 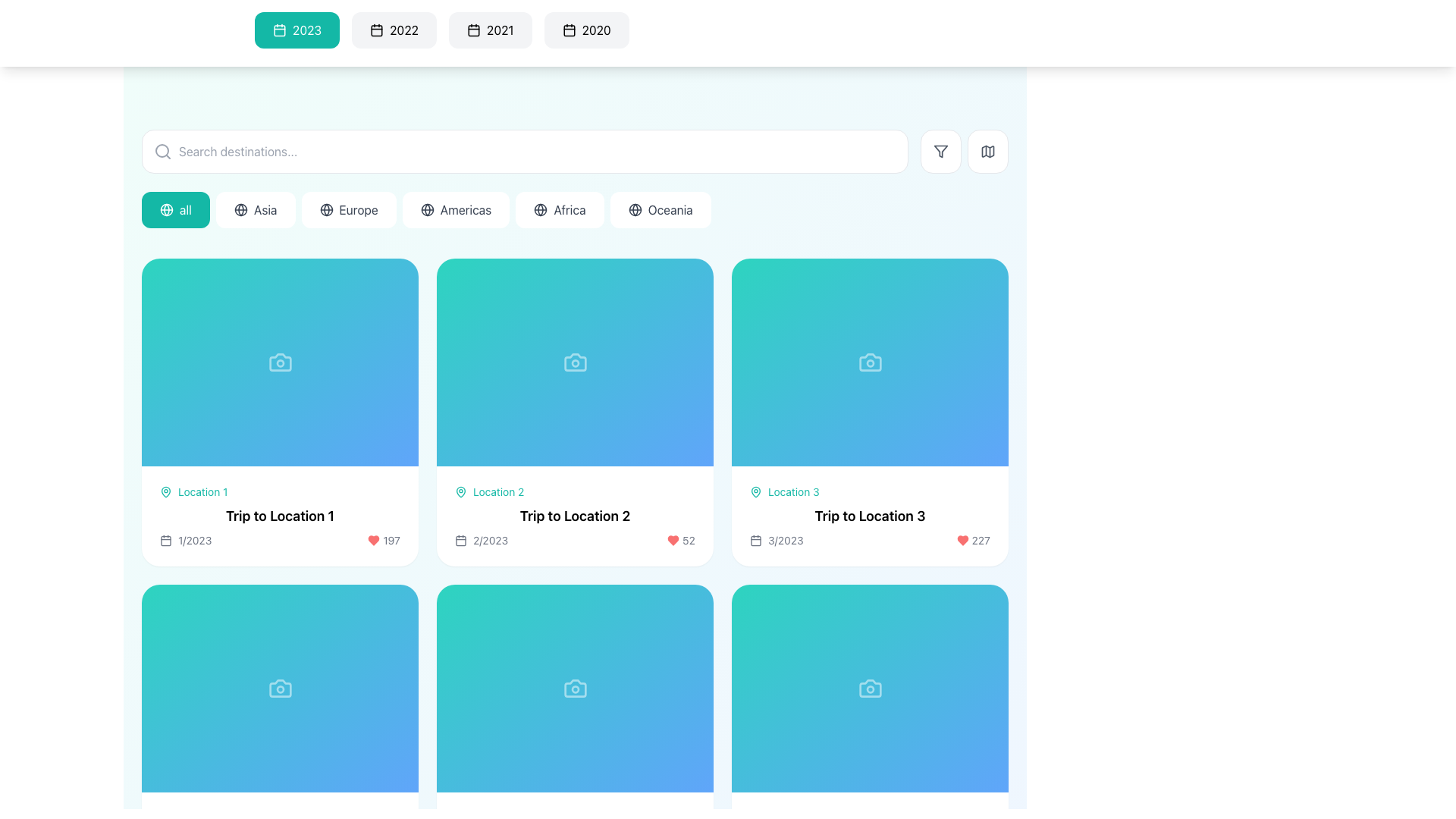 What do you see at coordinates (481, 539) in the screenshot?
I see `the date label with the calendar icon displaying '2/2023', which is located beneath the 'Trip to Location 2' title and to the left of a numeric statistic (52)` at bounding box center [481, 539].